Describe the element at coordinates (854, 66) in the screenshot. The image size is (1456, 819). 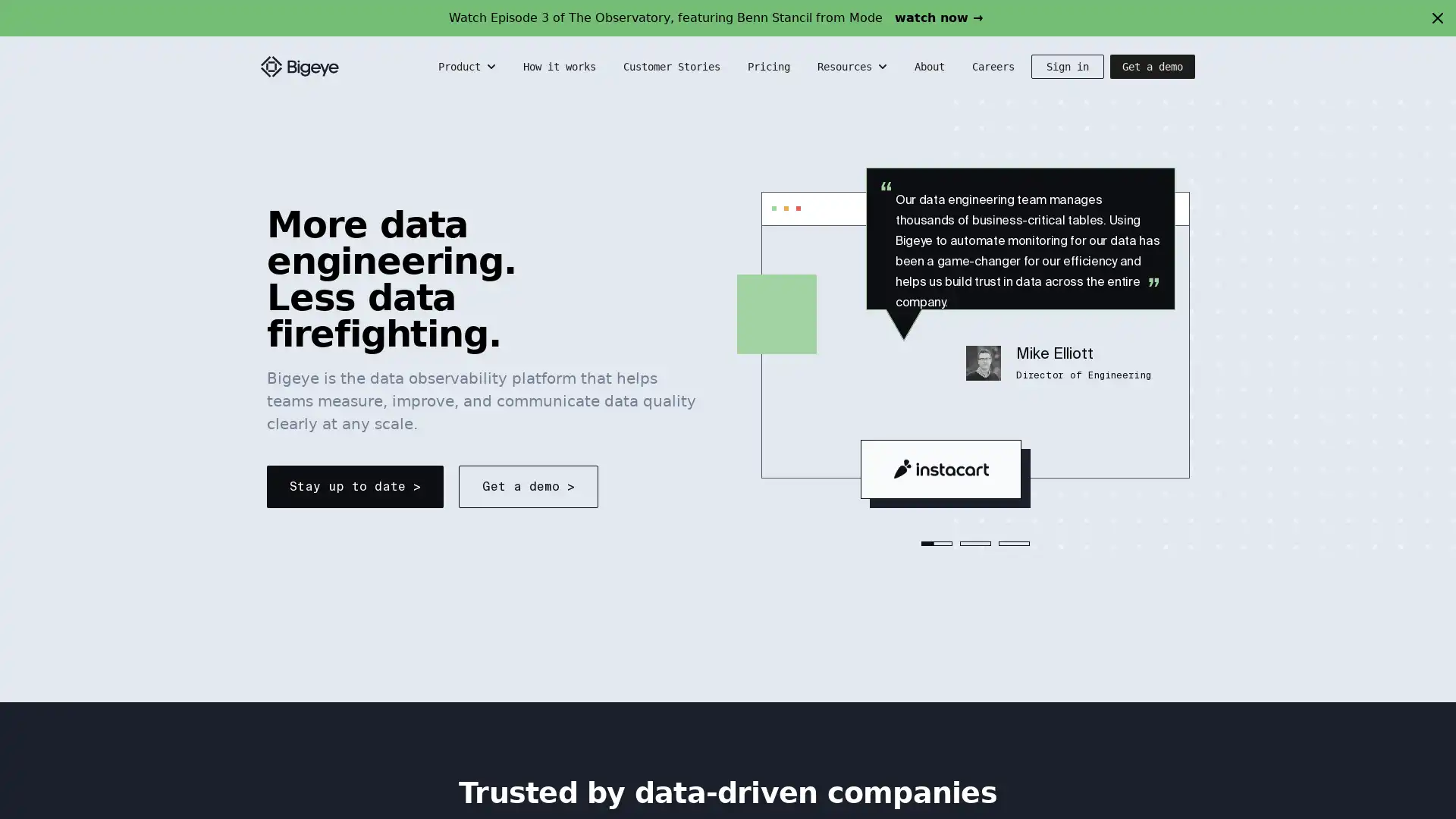
I see `Resources` at that location.